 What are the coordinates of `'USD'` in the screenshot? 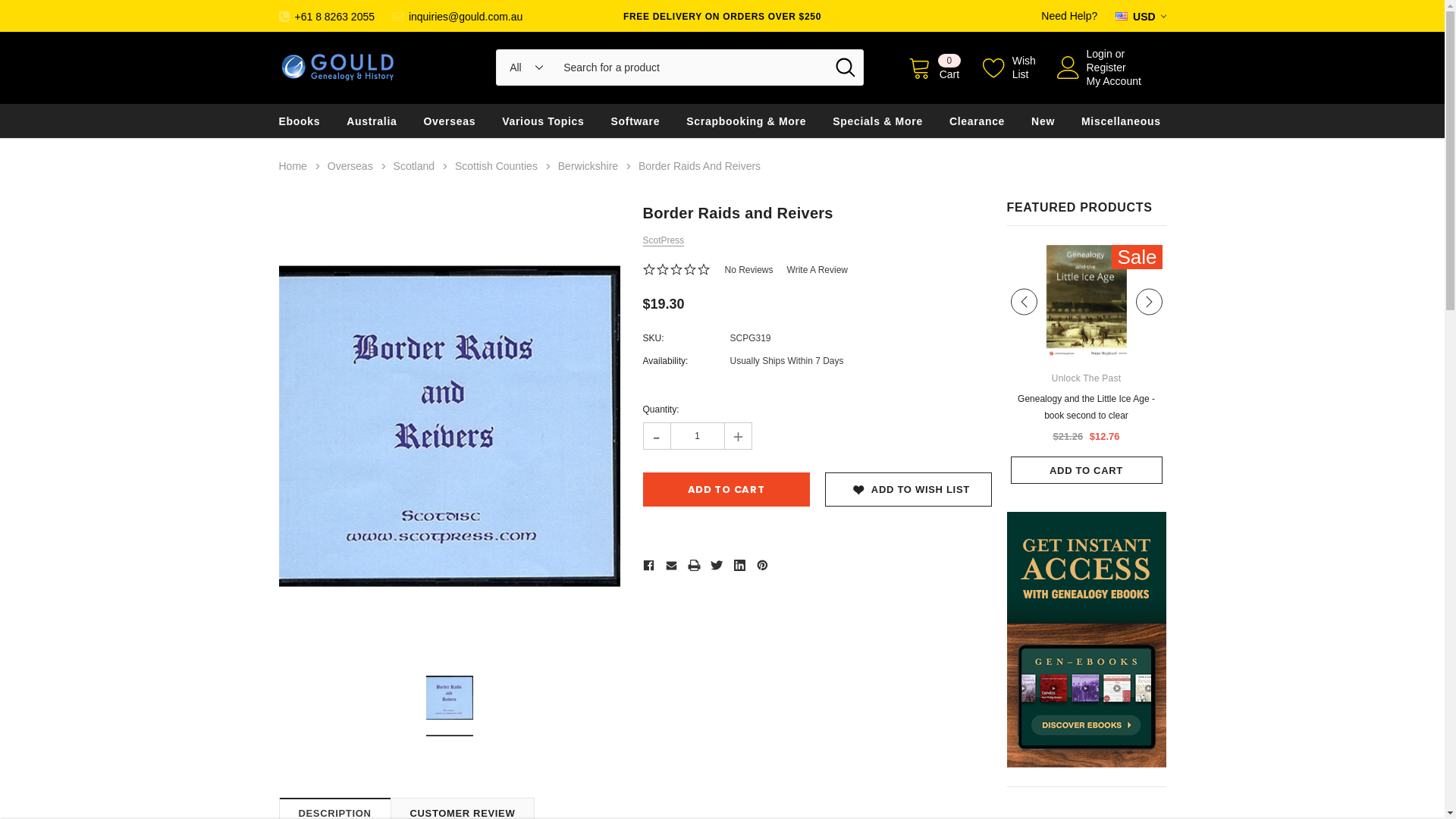 It's located at (1140, 16).